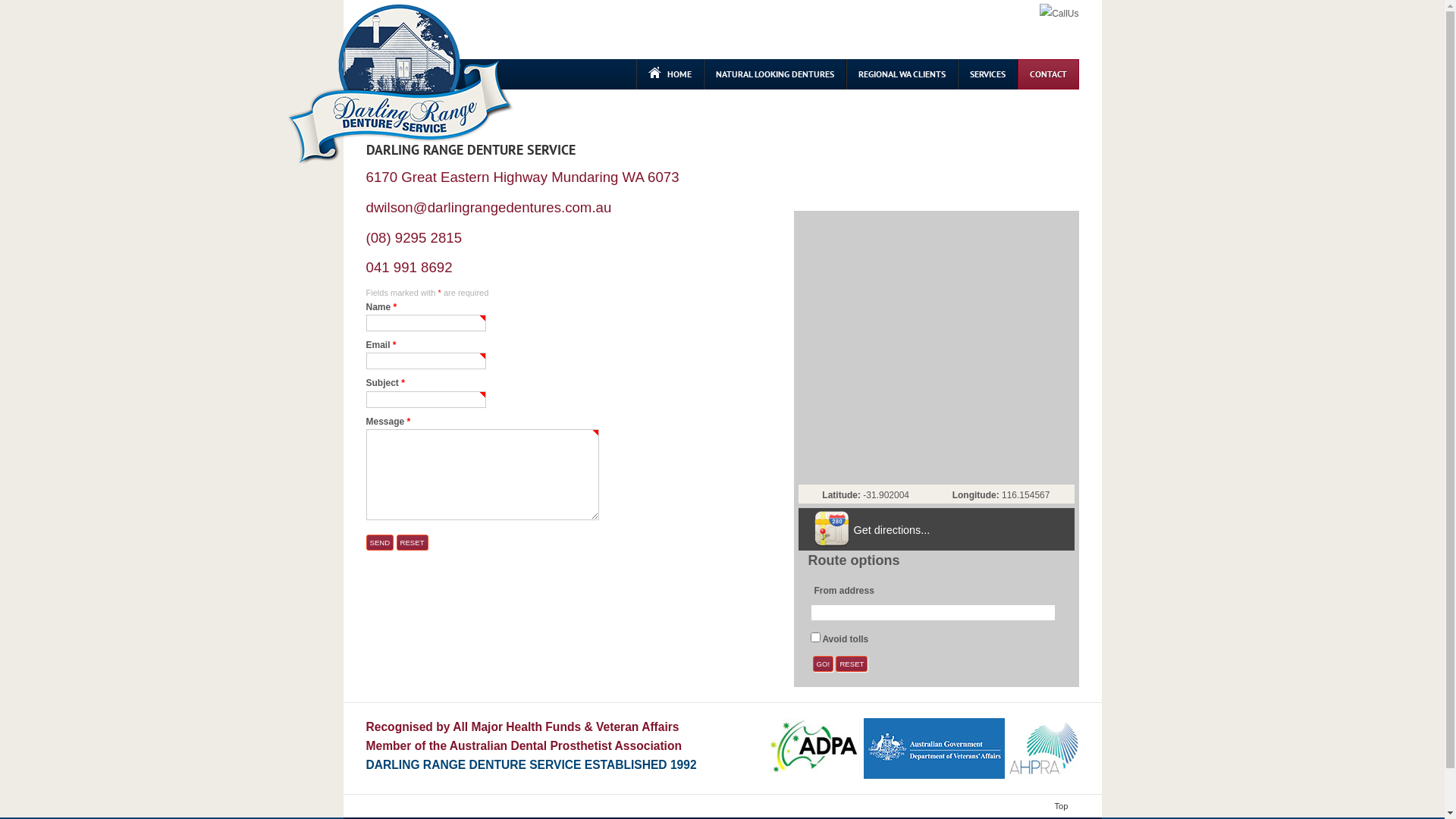  I want to click on 'Email', so click(425, 360).